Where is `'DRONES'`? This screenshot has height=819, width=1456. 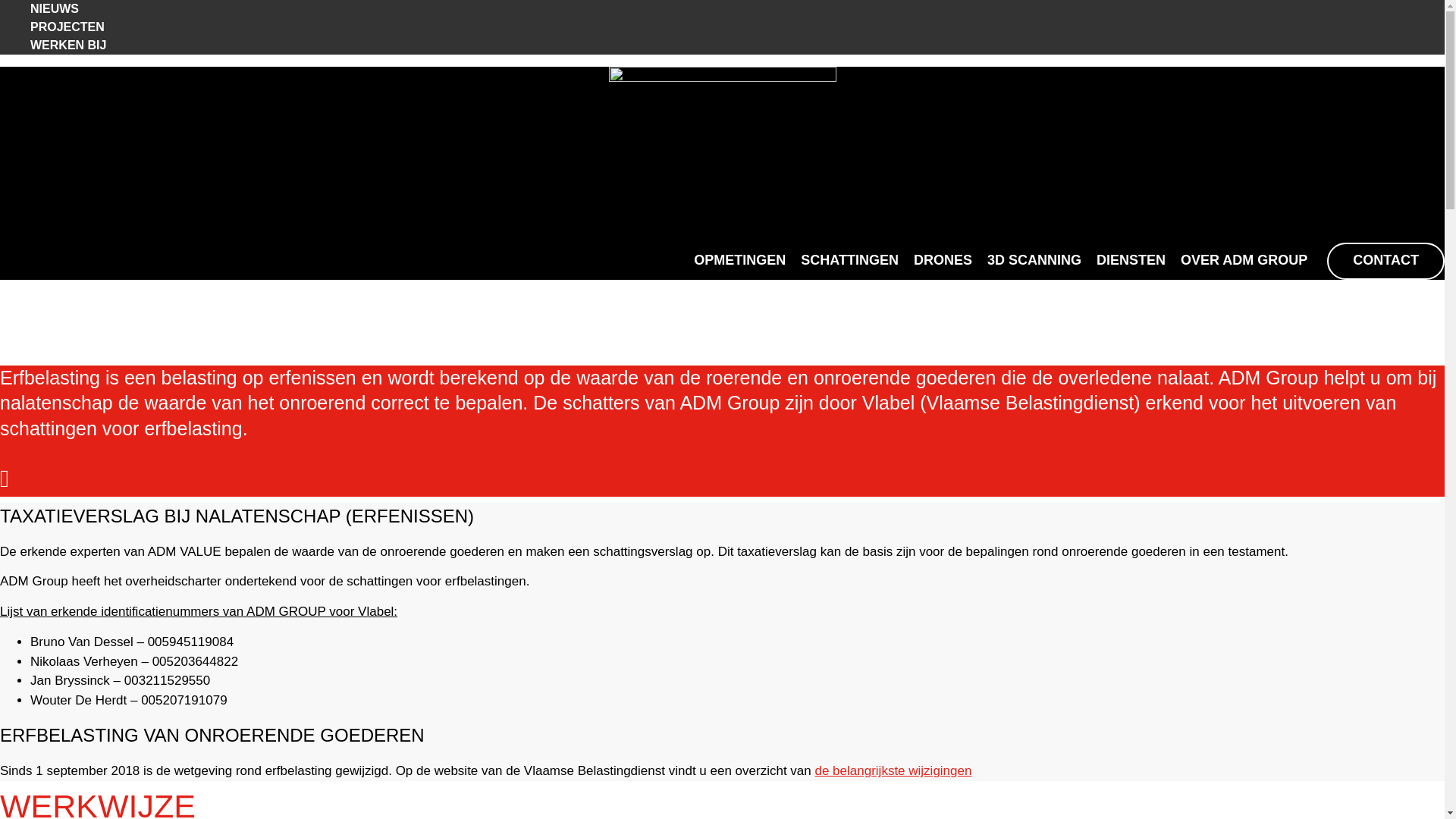 'DRONES' is located at coordinates (942, 260).